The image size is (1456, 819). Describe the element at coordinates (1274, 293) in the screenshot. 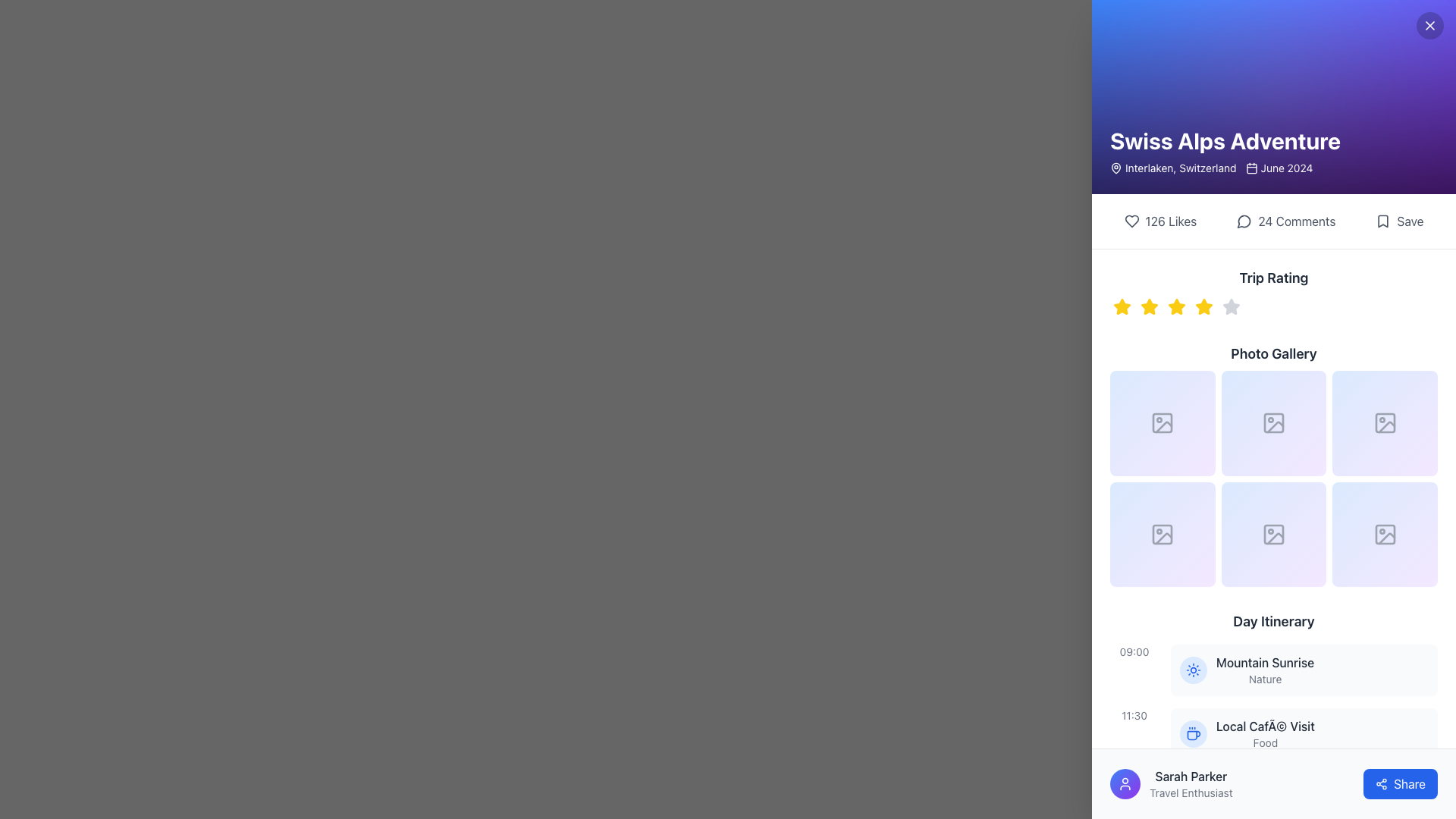

I see `rating value from the 'Trip Rating' widget, which consists of a series of star-shaped icons indicating the rating system` at that location.